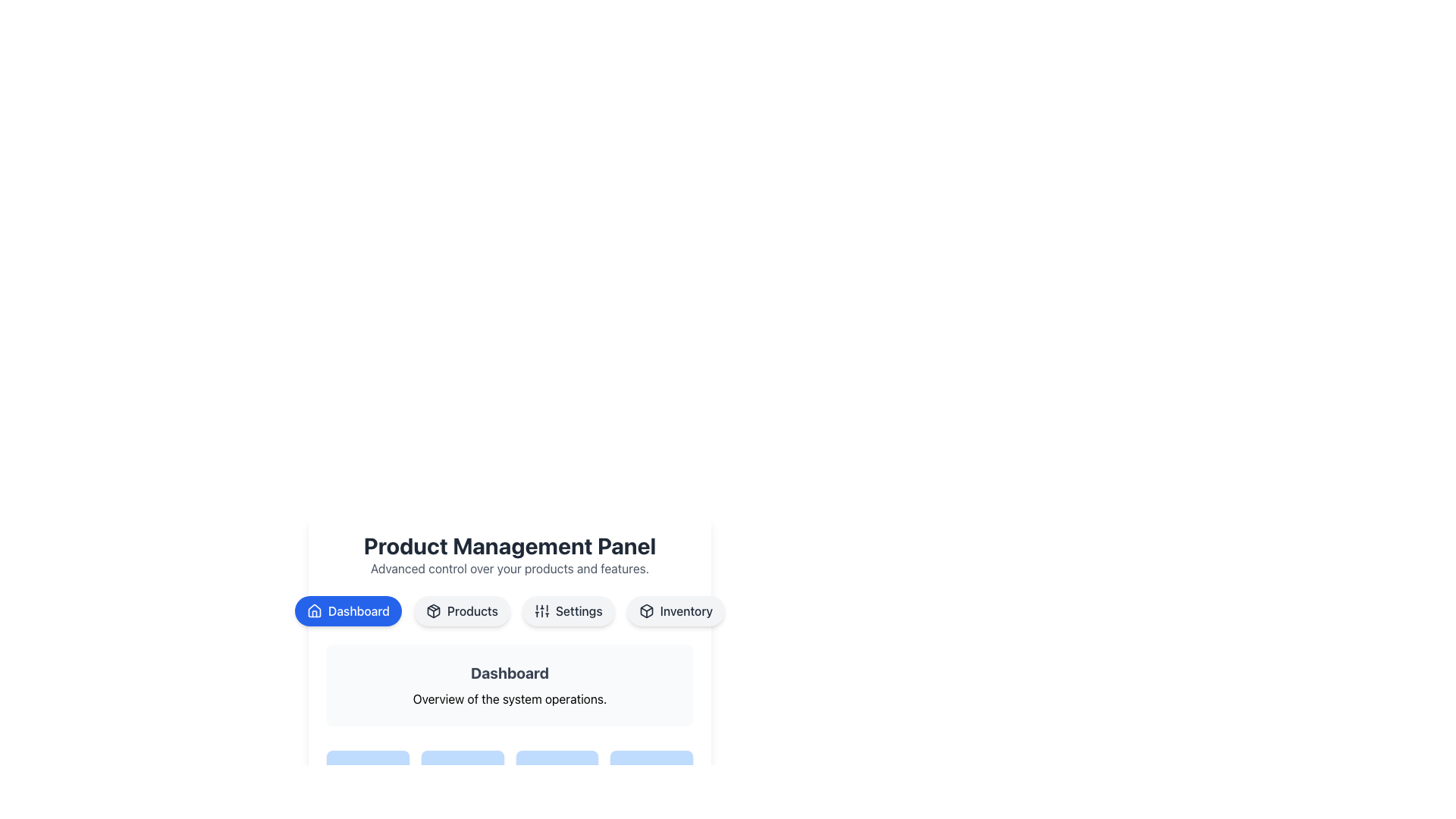  Describe the element at coordinates (510, 568) in the screenshot. I see `the static text that provides additional details about the 'Product Management Panel' title, which is centered horizontally below it` at that location.